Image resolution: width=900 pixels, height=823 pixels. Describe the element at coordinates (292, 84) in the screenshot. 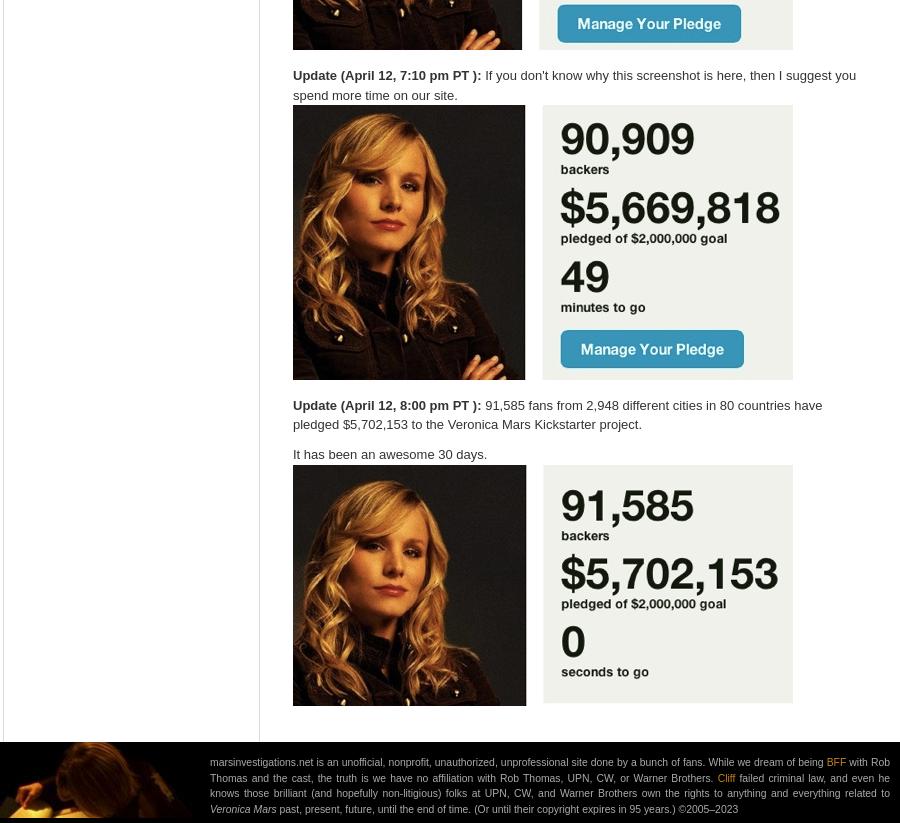

I see `'If you don't know why this screenshot is here, then I suggest you spend more time on our site.'` at that location.